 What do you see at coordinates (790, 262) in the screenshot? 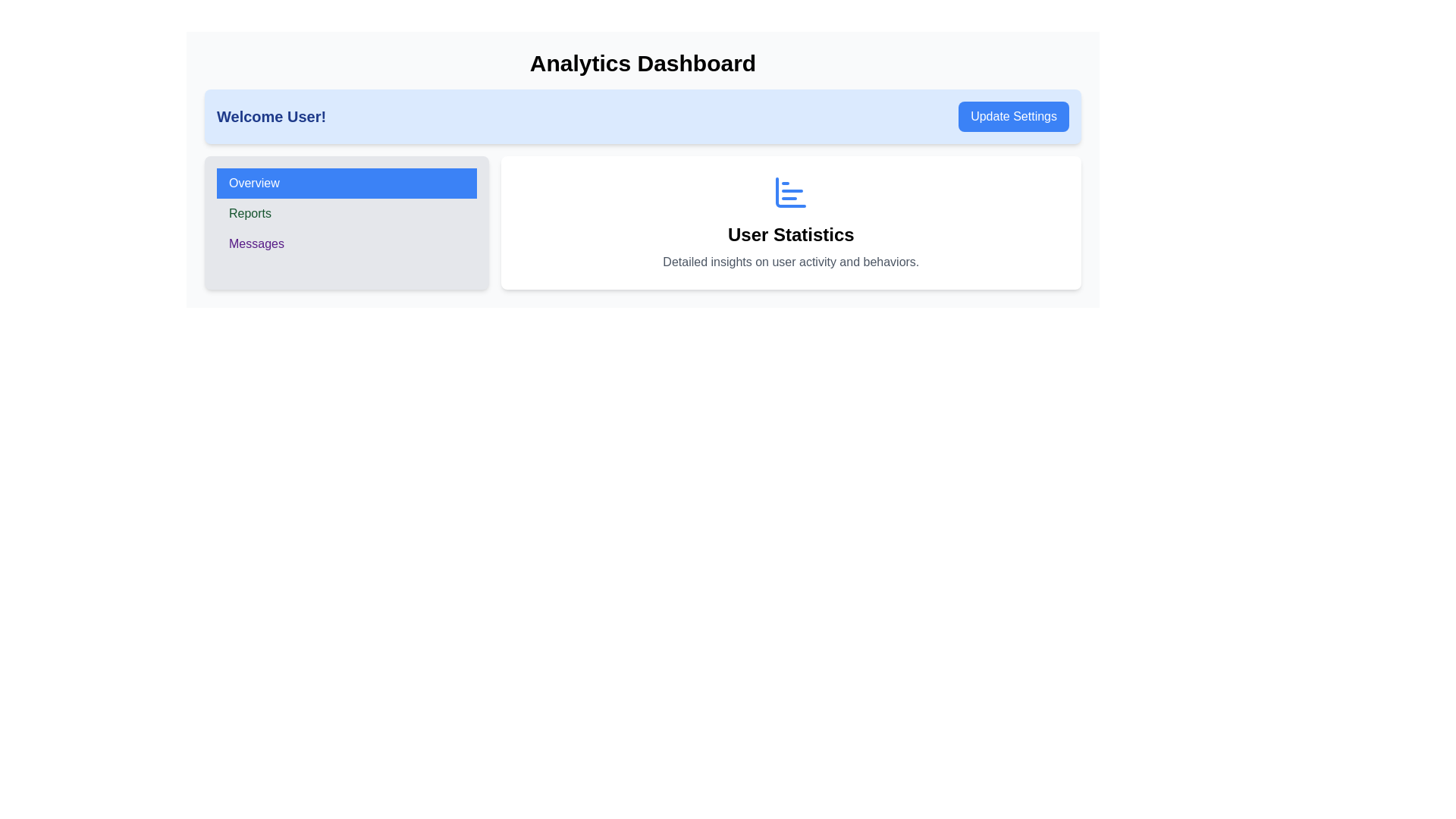
I see `the static text block reading 'Detailed insights on user activity and behaviors.' located in the 'User Statistics' section, which is styled with a gray font and centered alignment` at bounding box center [790, 262].